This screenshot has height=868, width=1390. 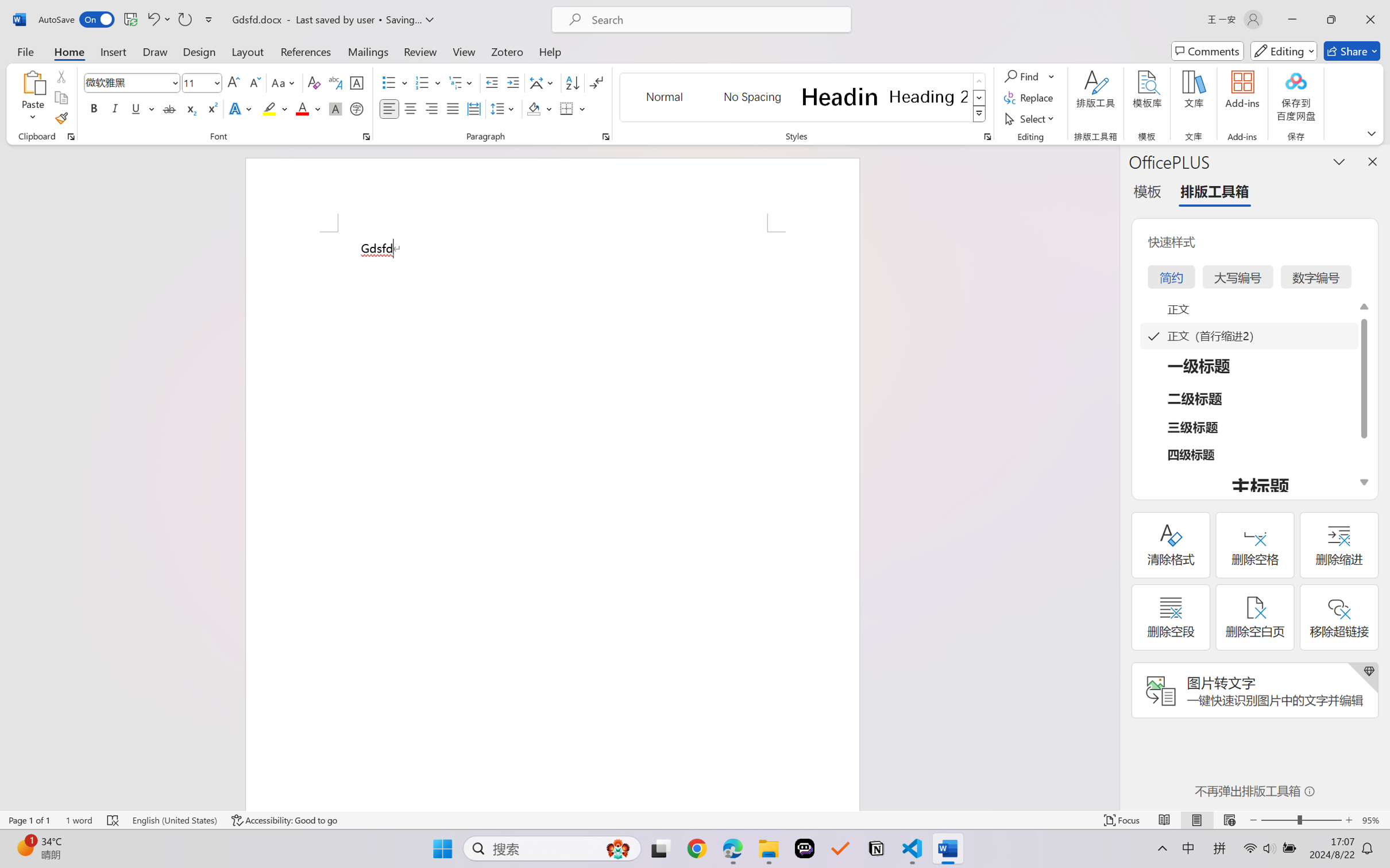 What do you see at coordinates (184, 19) in the screenshot?
I see `'Repeat Style'` at bounding box center [184, 19].